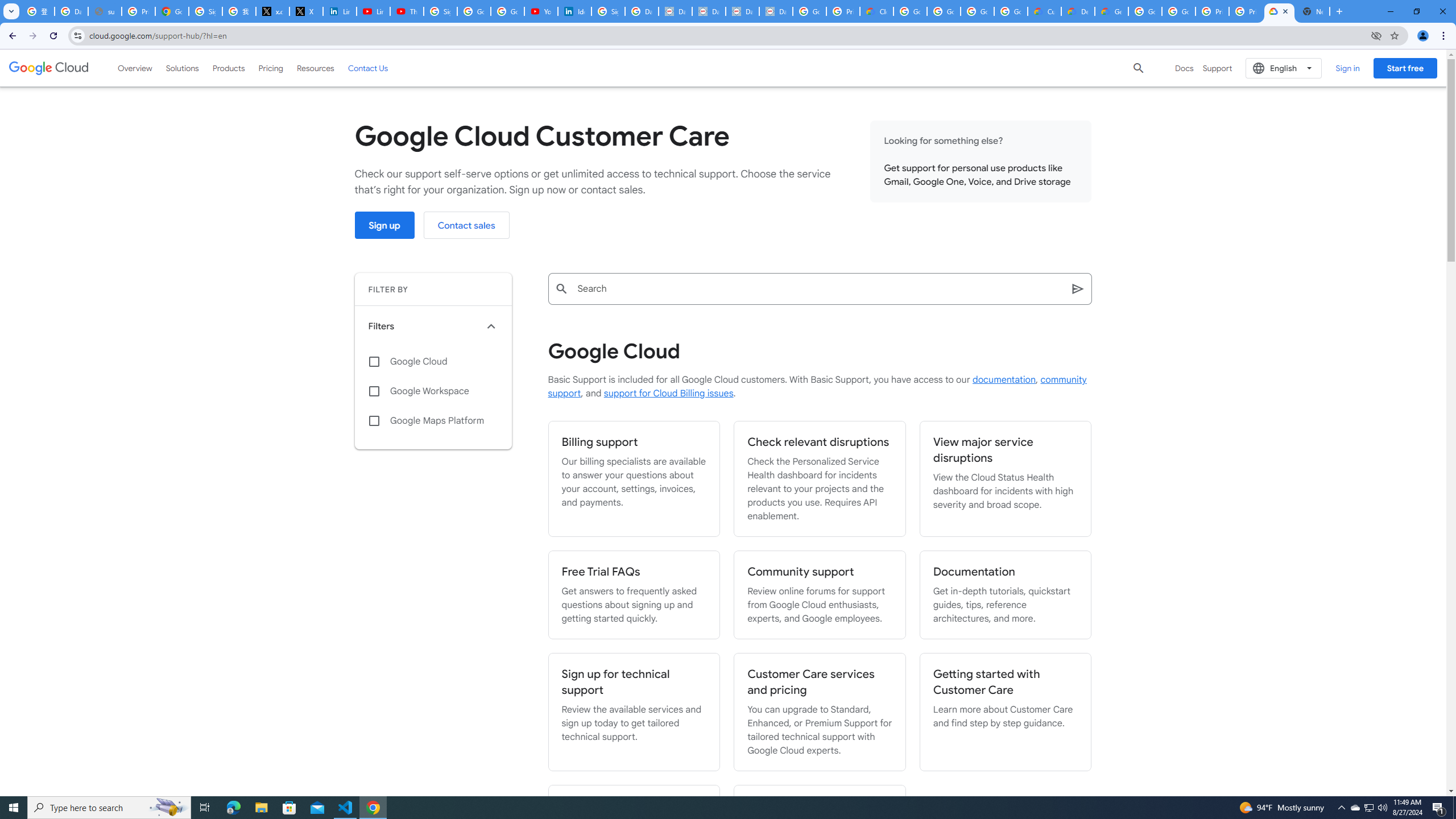 The width and height of the screenshot is (1456, 819). Describe the element at coordinates (675, 11) in the screenshot. I see `'Data Privacy Framework'` at that location.